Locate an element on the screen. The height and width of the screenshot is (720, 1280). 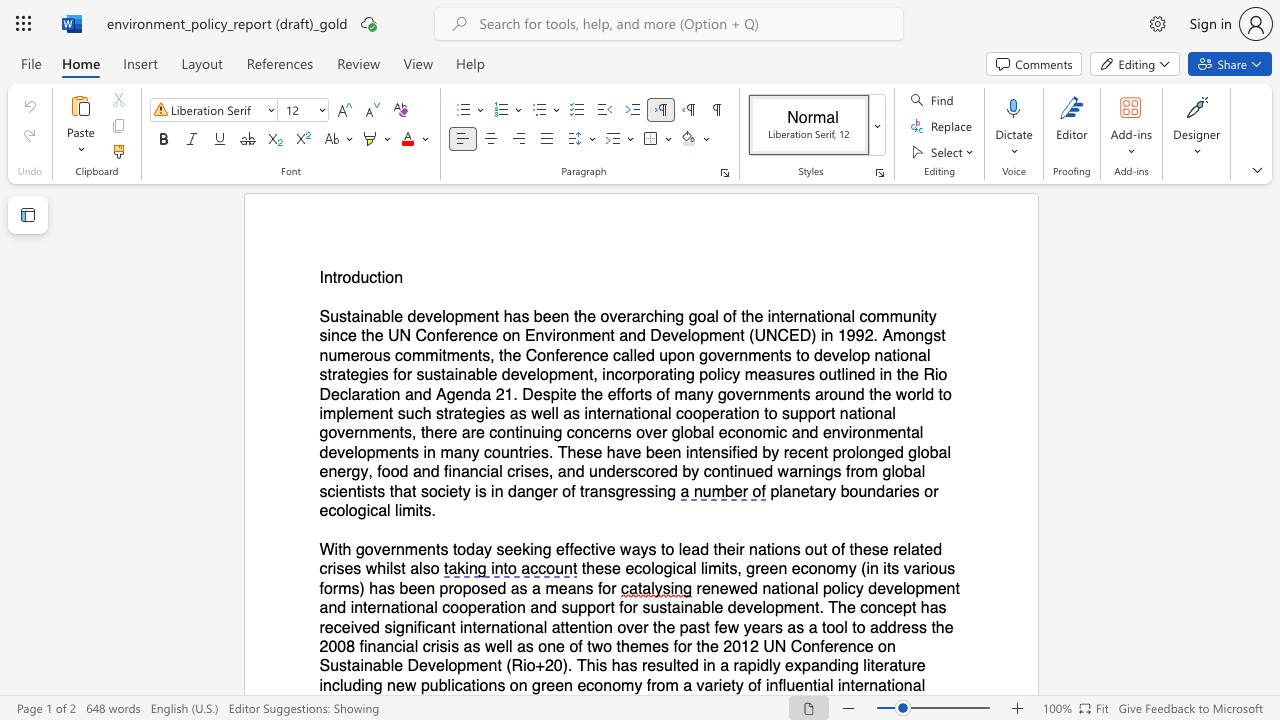
the subset text "s one of two themes for the 2012 UN Conference on Sustainable Development (Rio+20). This has res" within the text "as well as one of two themes for the 2012 UN Conference on Sustainable Development (Rio+20). This has resulted in a rapidly expanding literature including new publications on green economy from a variety of influential international" is located at coordinates (525, 646).